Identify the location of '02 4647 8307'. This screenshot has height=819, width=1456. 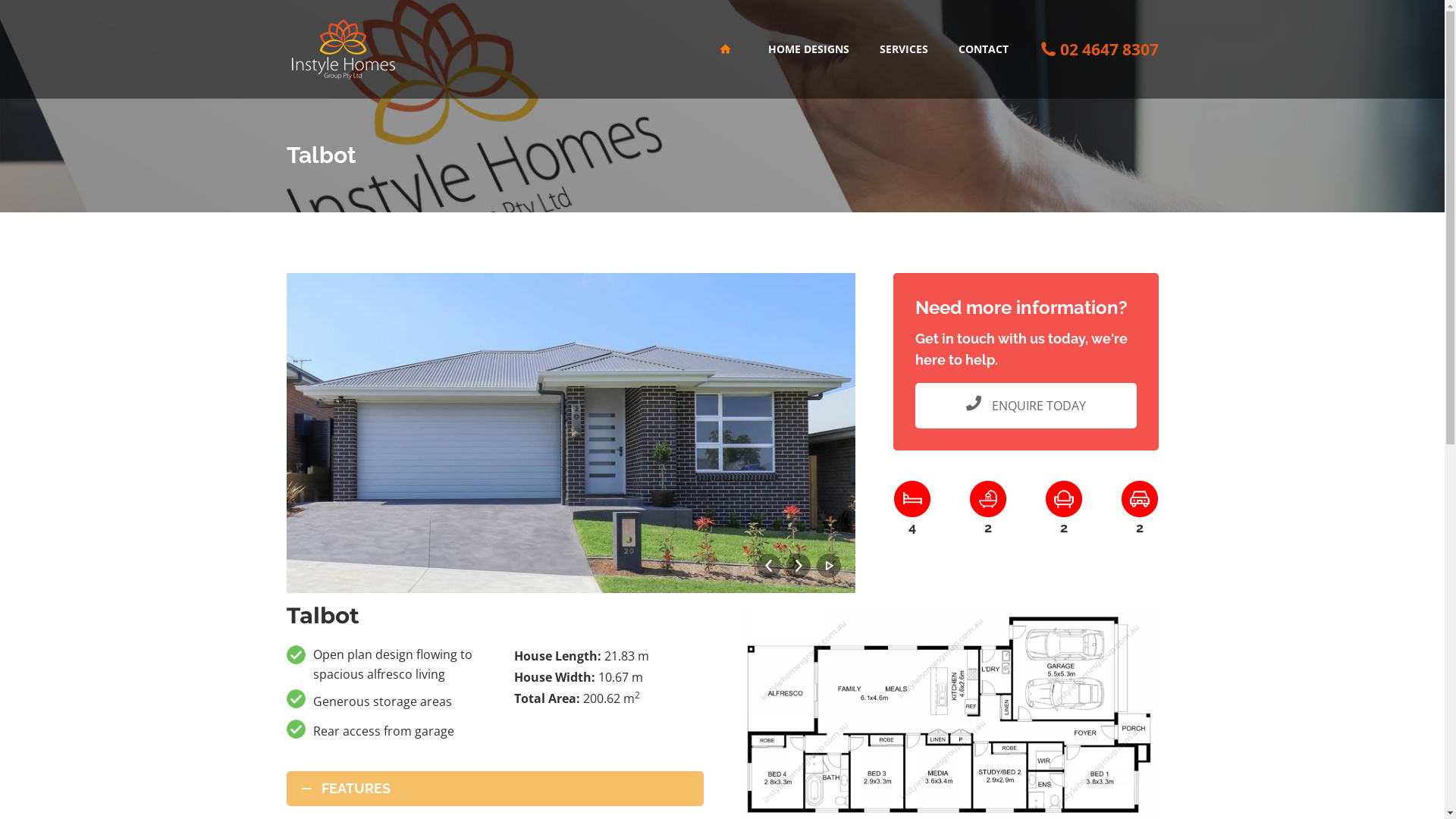
(1109, 49).